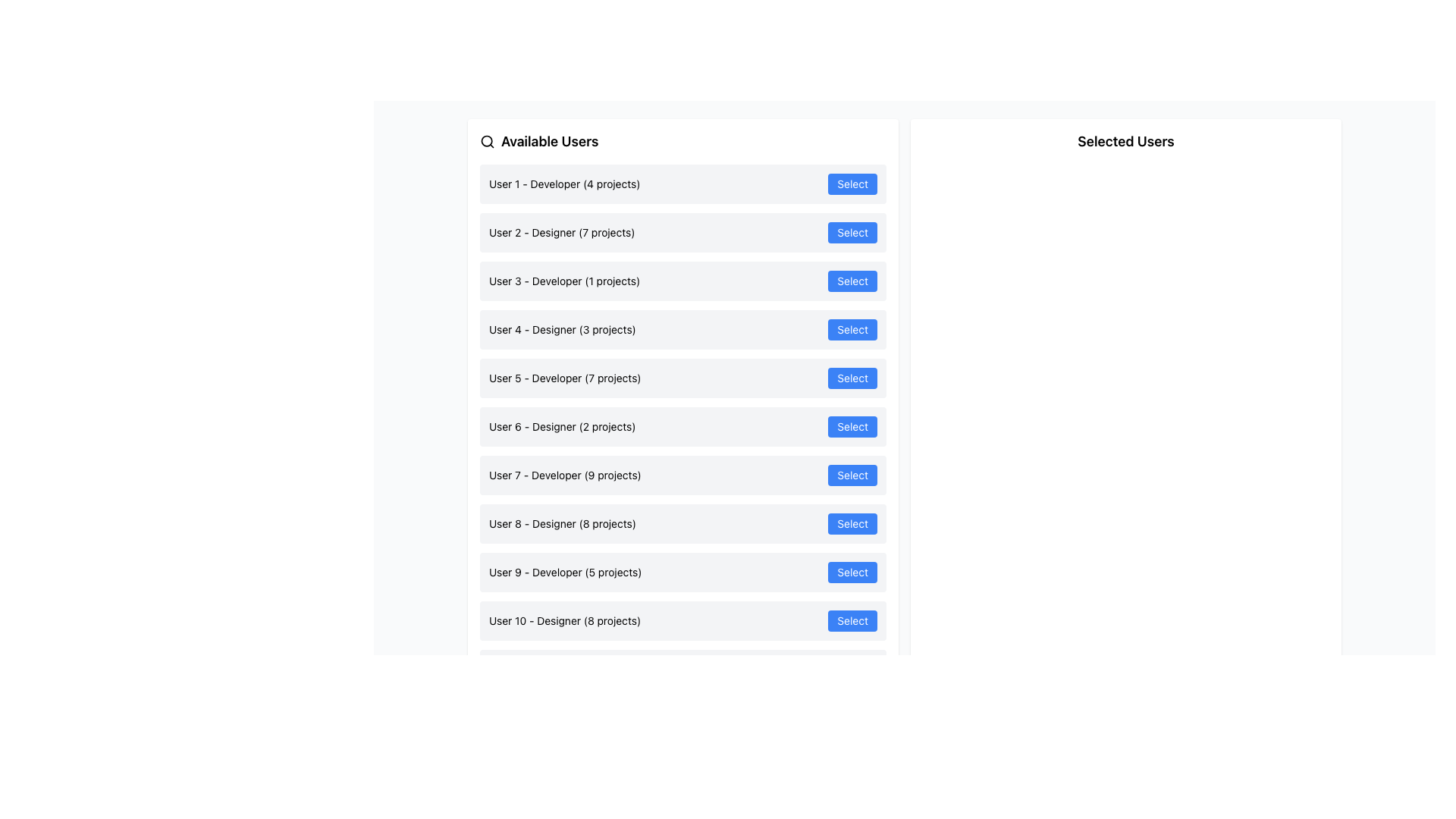 The image size is (1456, 819). I want to click on the static text element displaying 'User 7 - Developer (9 projects)' which is the seventh item under the header 'Available Users', so click(564, 475).